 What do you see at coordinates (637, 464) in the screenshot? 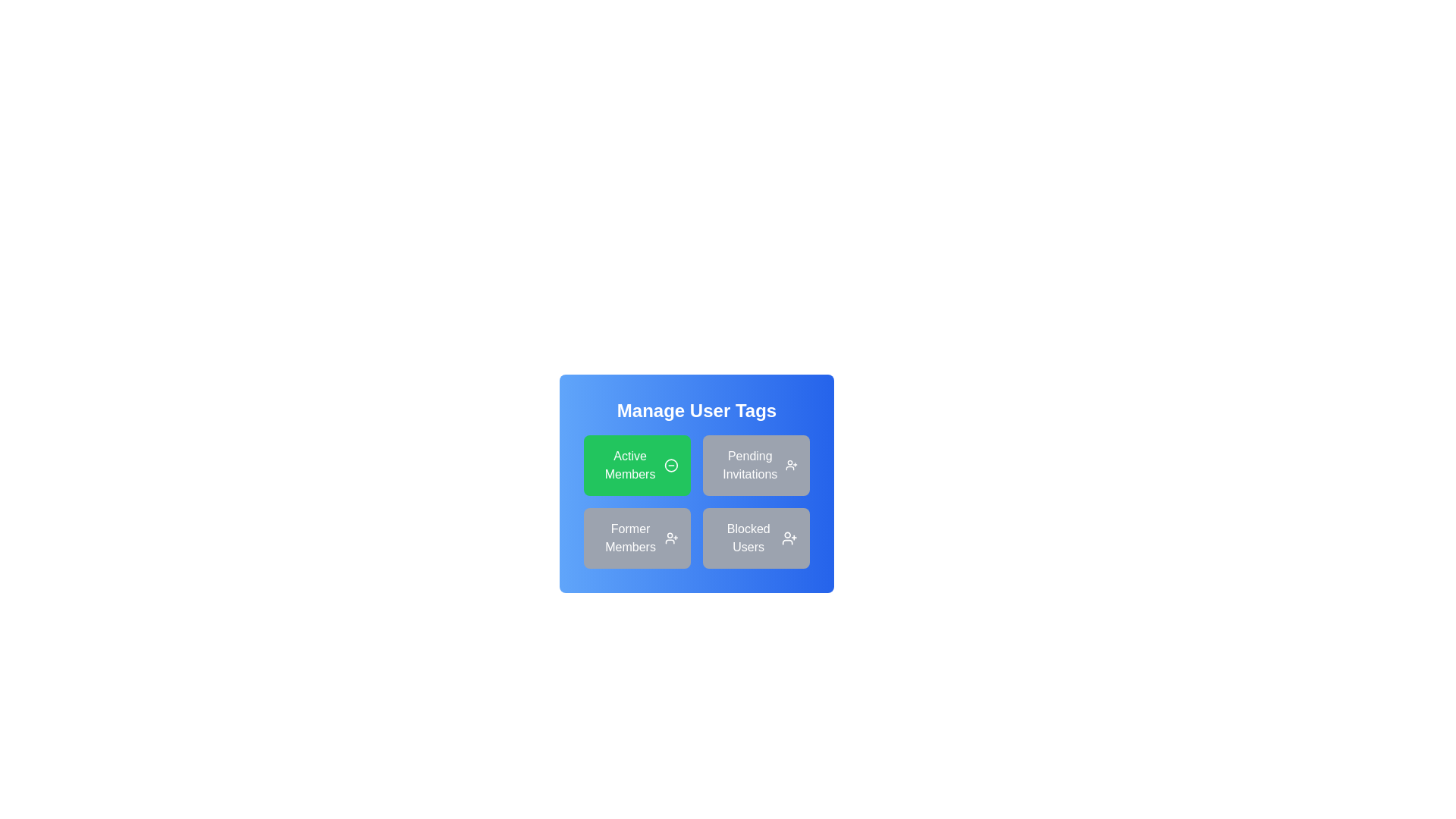
I see `the interactive button for viewing or managing active members in the system, located in the top-left corner of the grid under 'Manage User Tags'` at bounding box center [637, 464].